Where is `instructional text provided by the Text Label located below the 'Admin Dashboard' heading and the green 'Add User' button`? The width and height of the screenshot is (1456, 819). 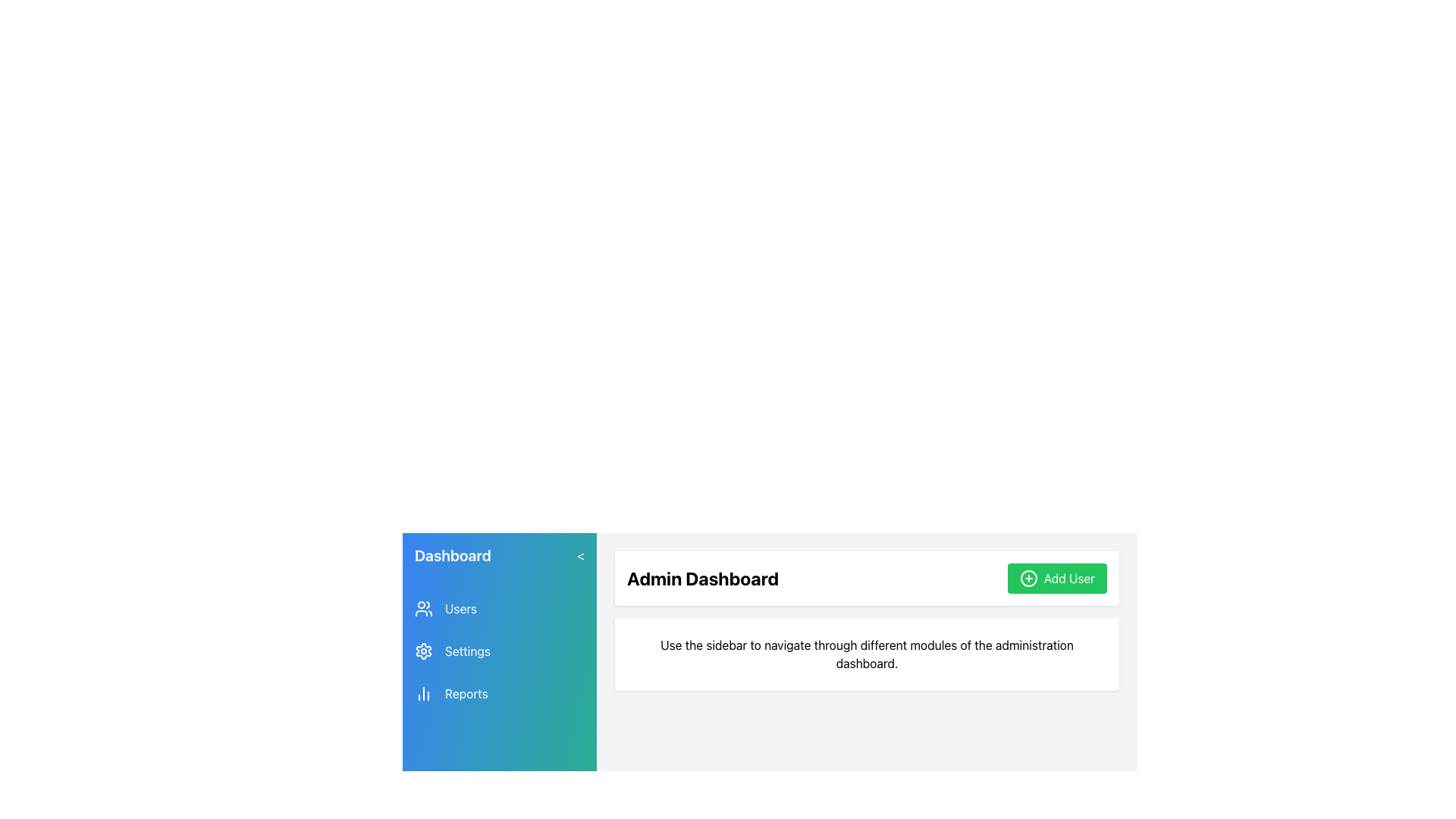
instructional text provided by the Text Label located below the 'Admin Dashboard' heading and the green 'Add User' button is located at coordinates (867, 654).